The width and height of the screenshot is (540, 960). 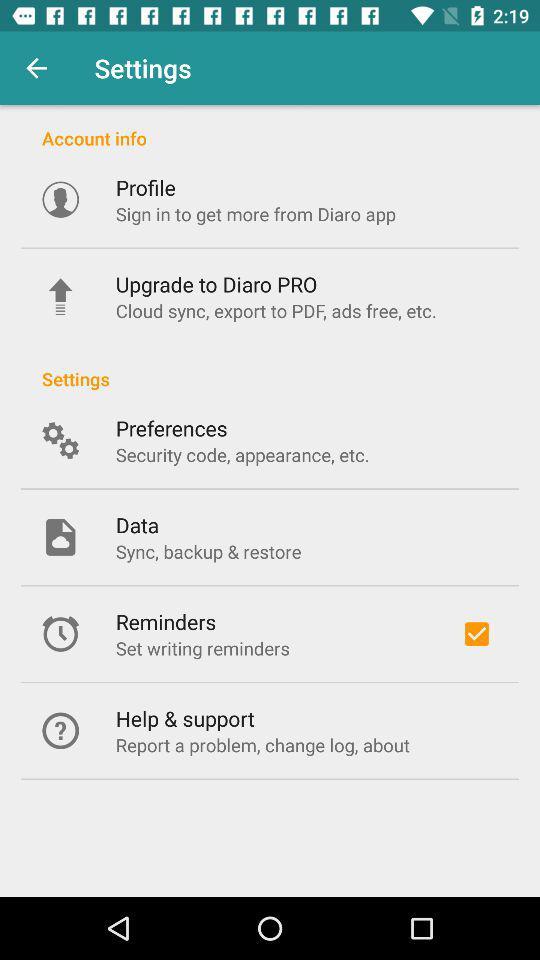 I want to click on the icon below the settings icon, so click(x=171, y=428).